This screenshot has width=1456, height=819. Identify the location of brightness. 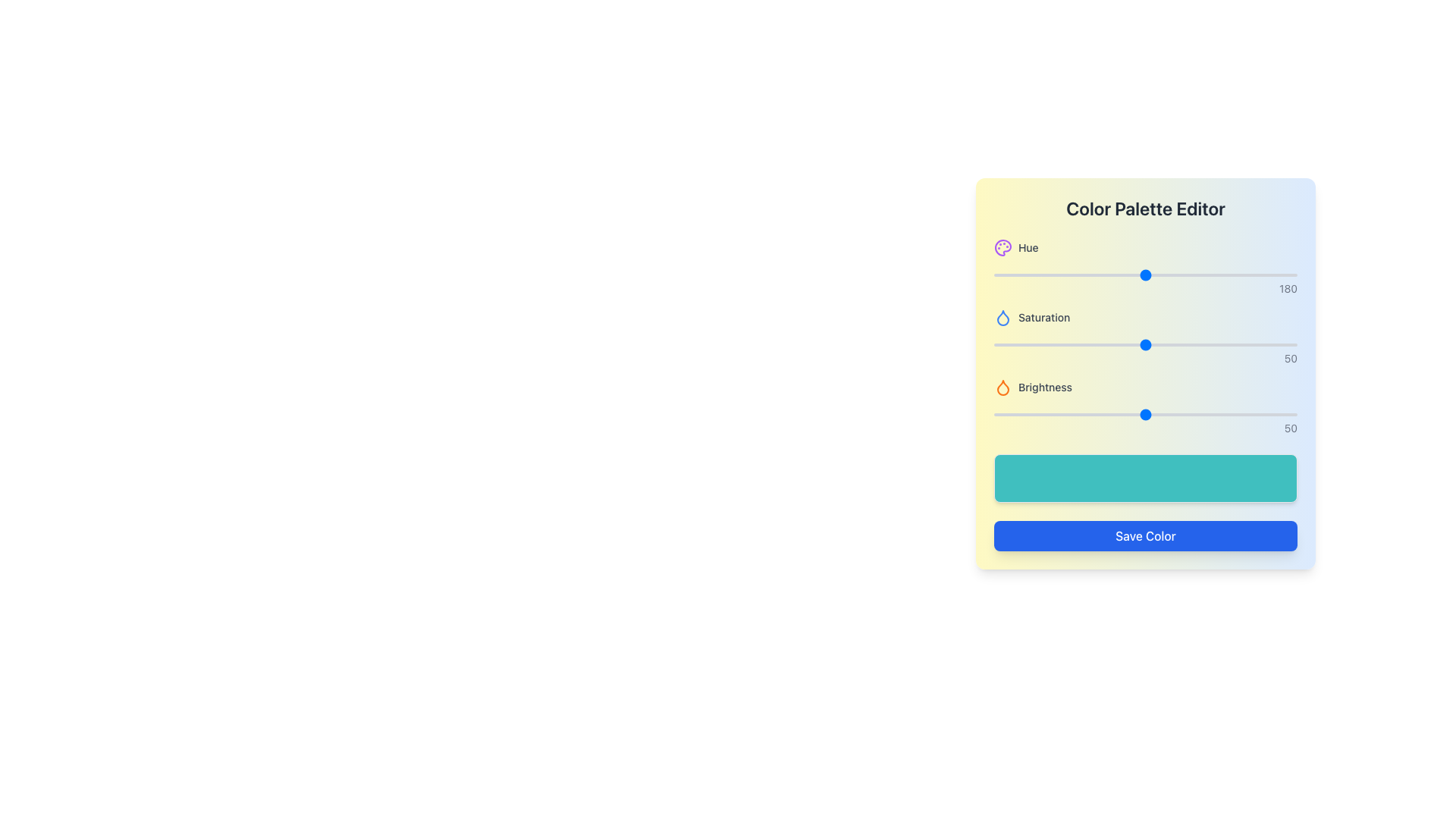
(1149, 415).